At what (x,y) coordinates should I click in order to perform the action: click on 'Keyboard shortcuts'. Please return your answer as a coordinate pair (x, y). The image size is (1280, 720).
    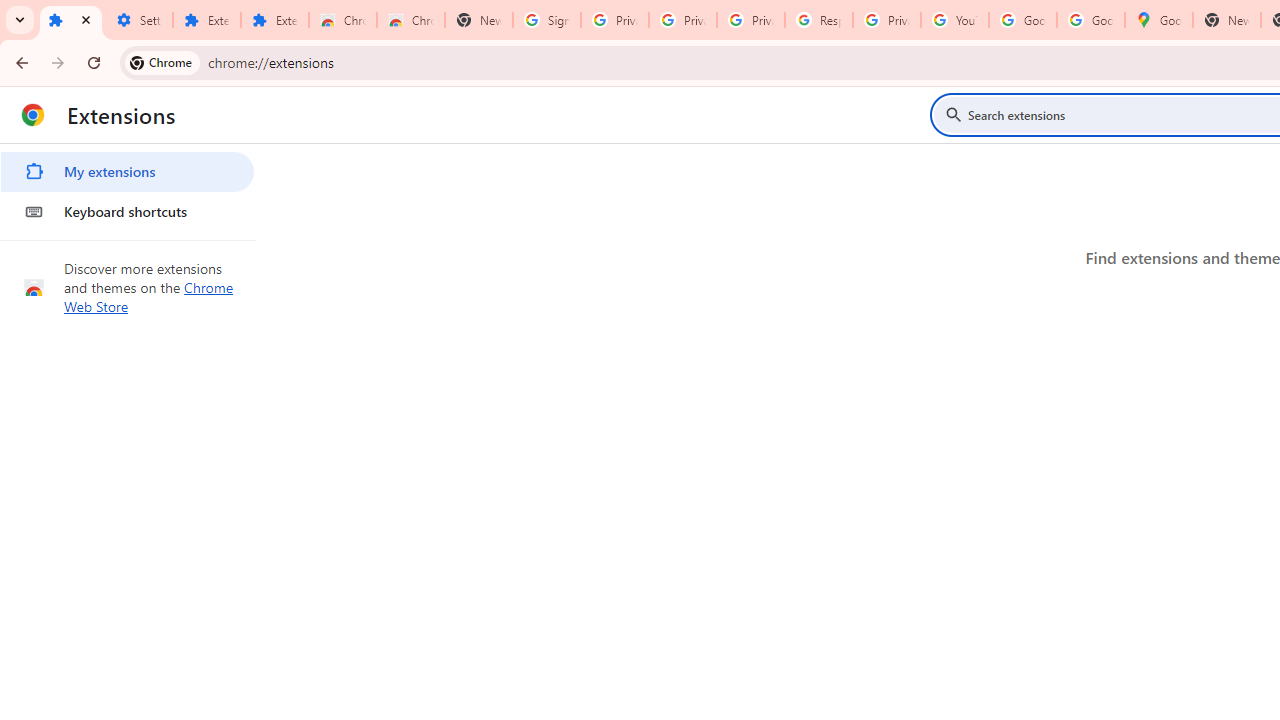
    Looking at the image, I should click on (126, 212).